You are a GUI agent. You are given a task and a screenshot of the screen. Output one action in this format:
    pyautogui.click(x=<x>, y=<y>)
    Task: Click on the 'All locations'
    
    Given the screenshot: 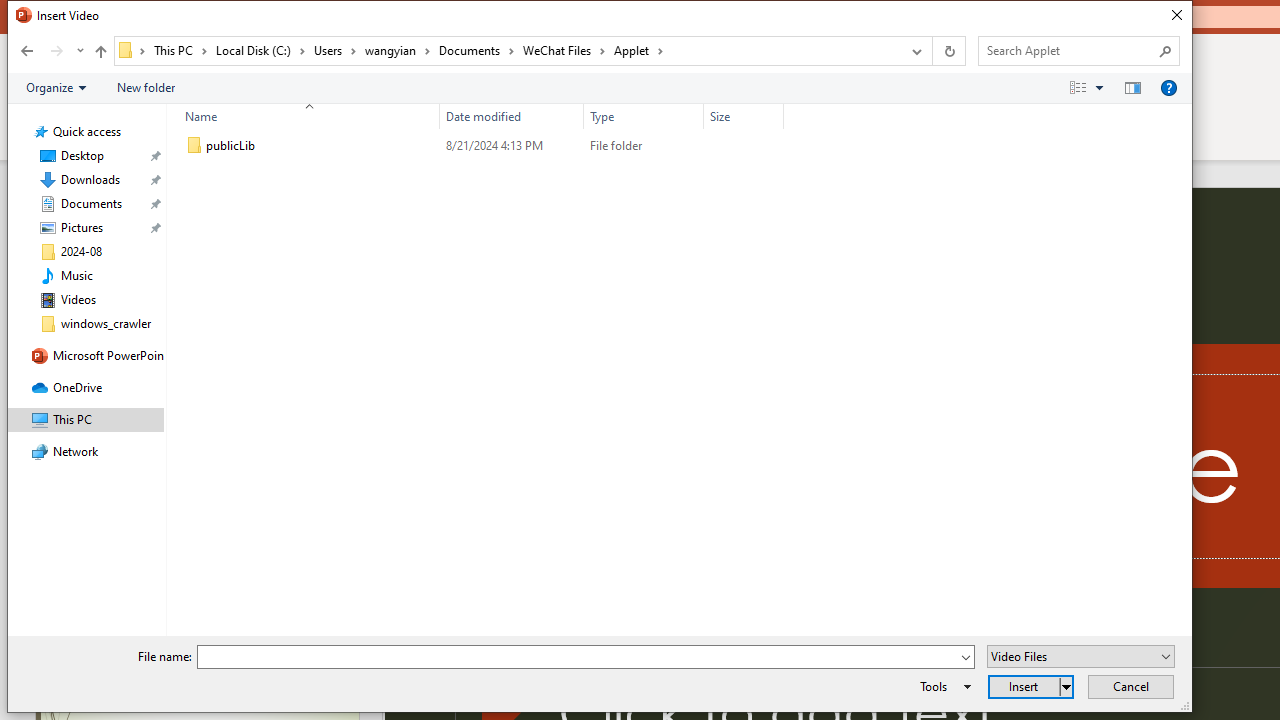 What is the action you would take?
    pyautogui.click(x=131, y=49)
    